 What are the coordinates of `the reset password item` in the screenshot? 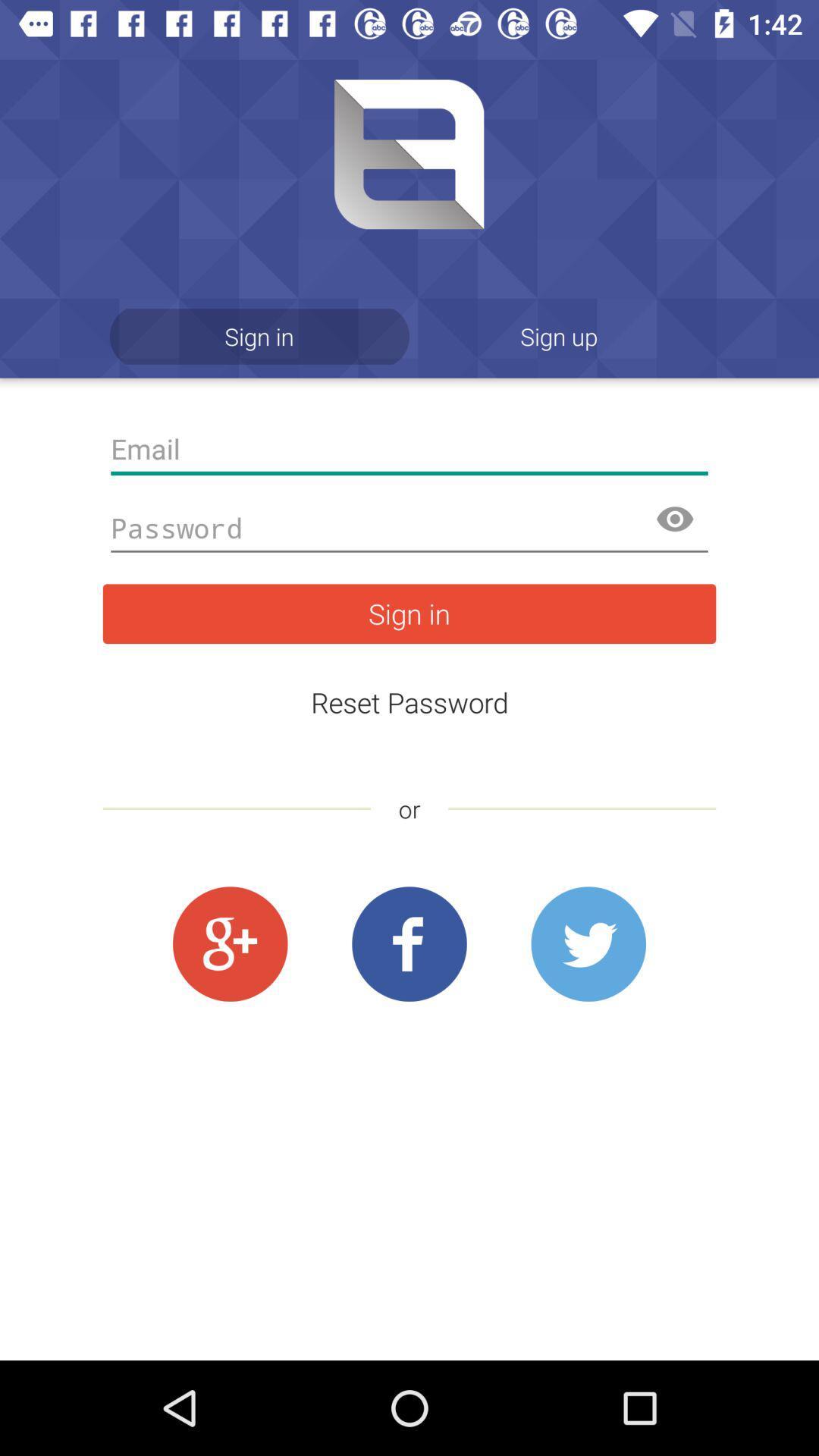 It's located at (409, 701).